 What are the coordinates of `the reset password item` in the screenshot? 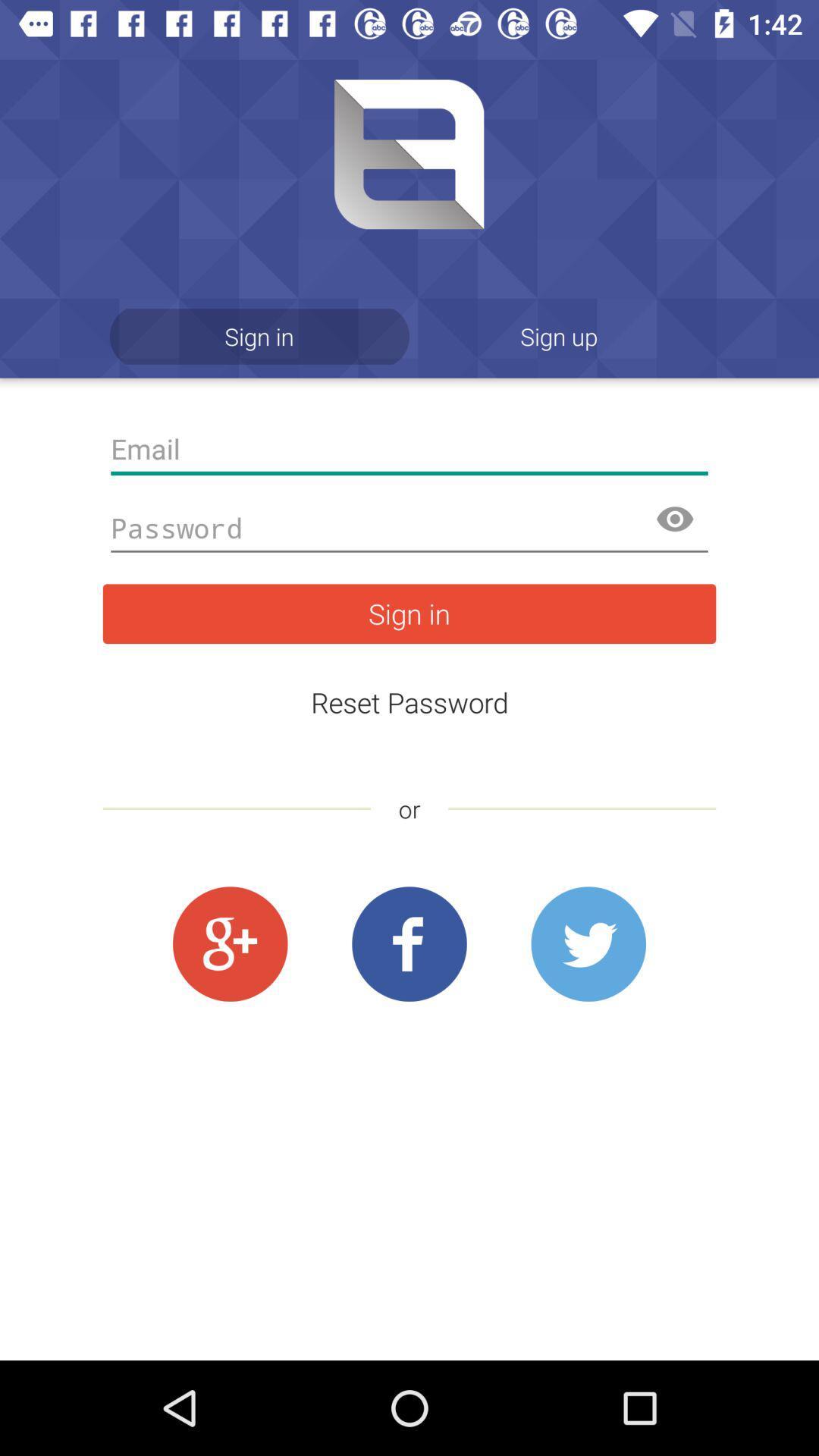 It's located at (409, 701).